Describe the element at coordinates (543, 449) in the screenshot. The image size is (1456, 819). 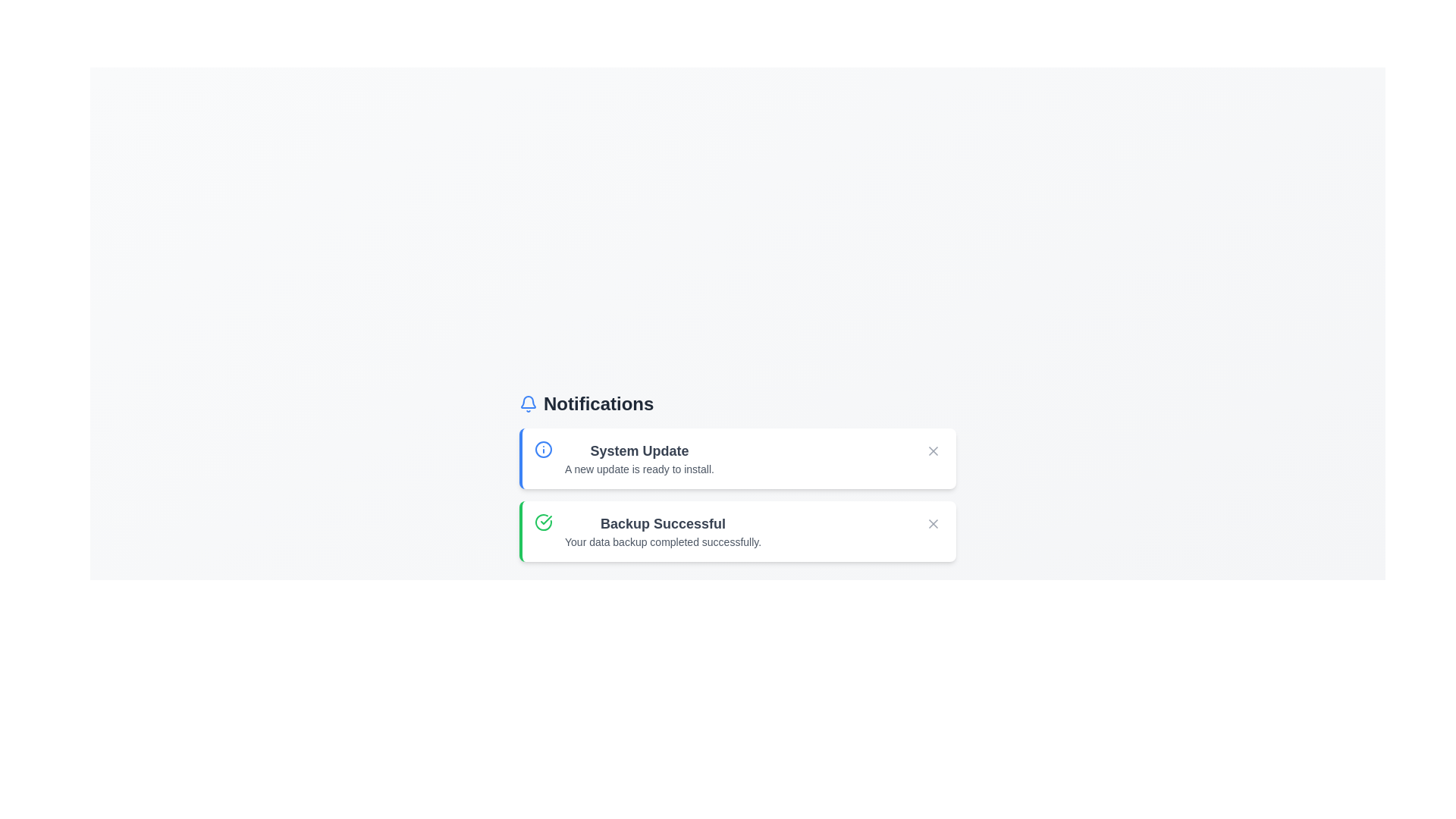
I see `the central SVG circle of the 'System Update' notification icon located at the top left of the interface` at that location.